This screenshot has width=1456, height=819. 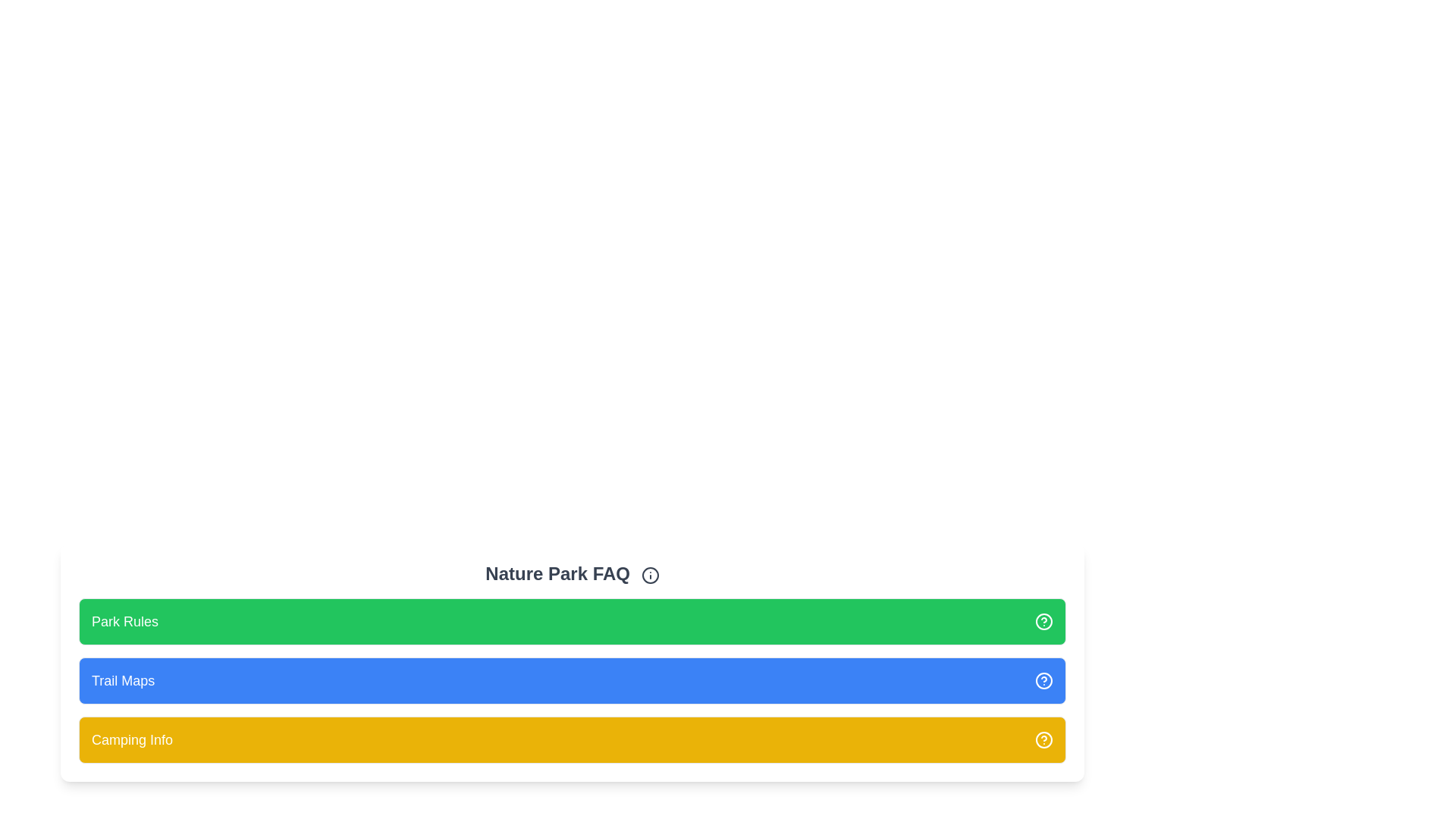 What do you see at coordinates (124, 622) in the screenshot?
I see `text label 'Park Rules' located in the green bar positioned below the 'Nature Park FAQ' header` at bounding box center [124, 622].